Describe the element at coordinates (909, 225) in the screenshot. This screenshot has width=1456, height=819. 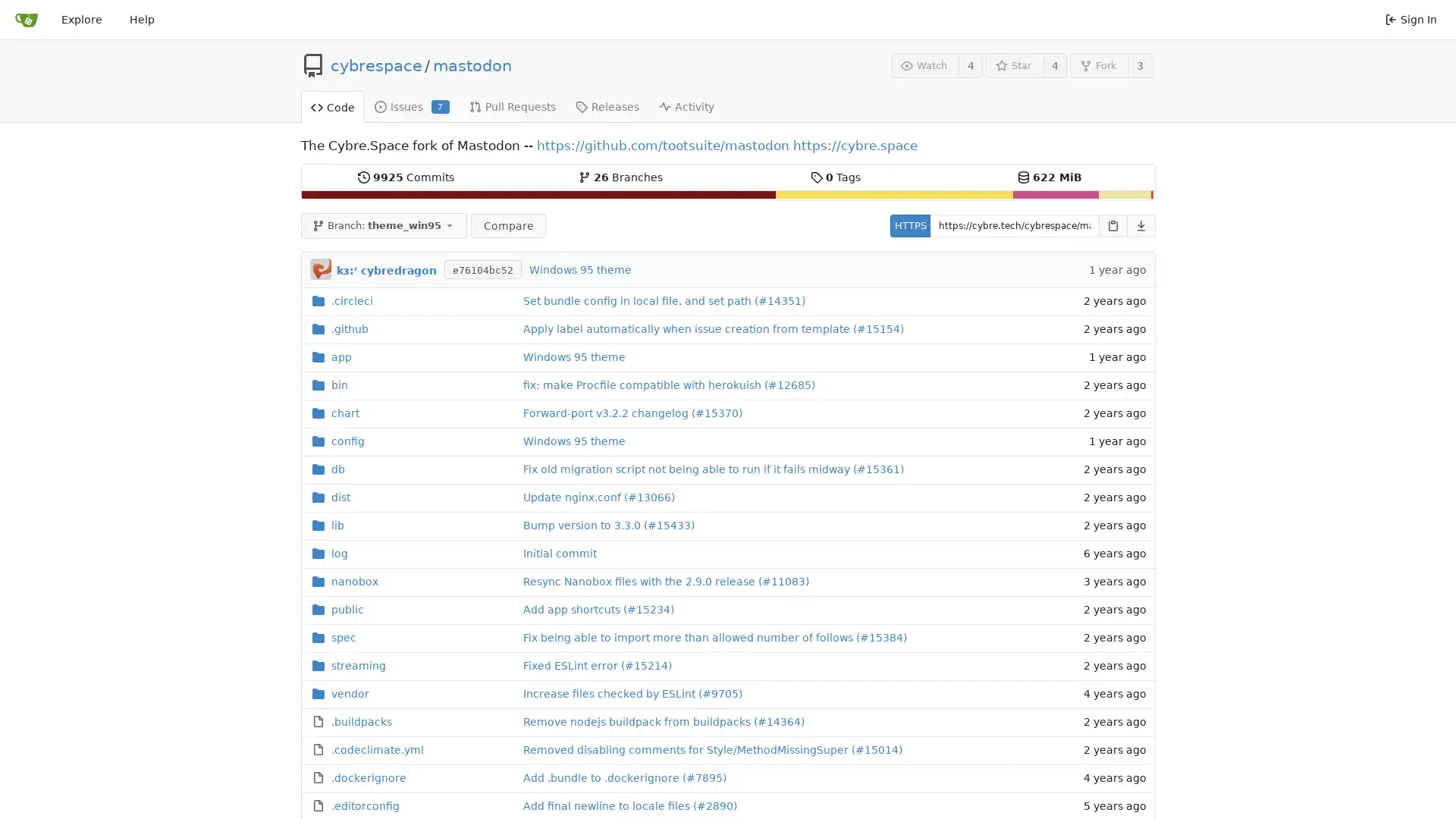
I see `HTTPS` at that location.